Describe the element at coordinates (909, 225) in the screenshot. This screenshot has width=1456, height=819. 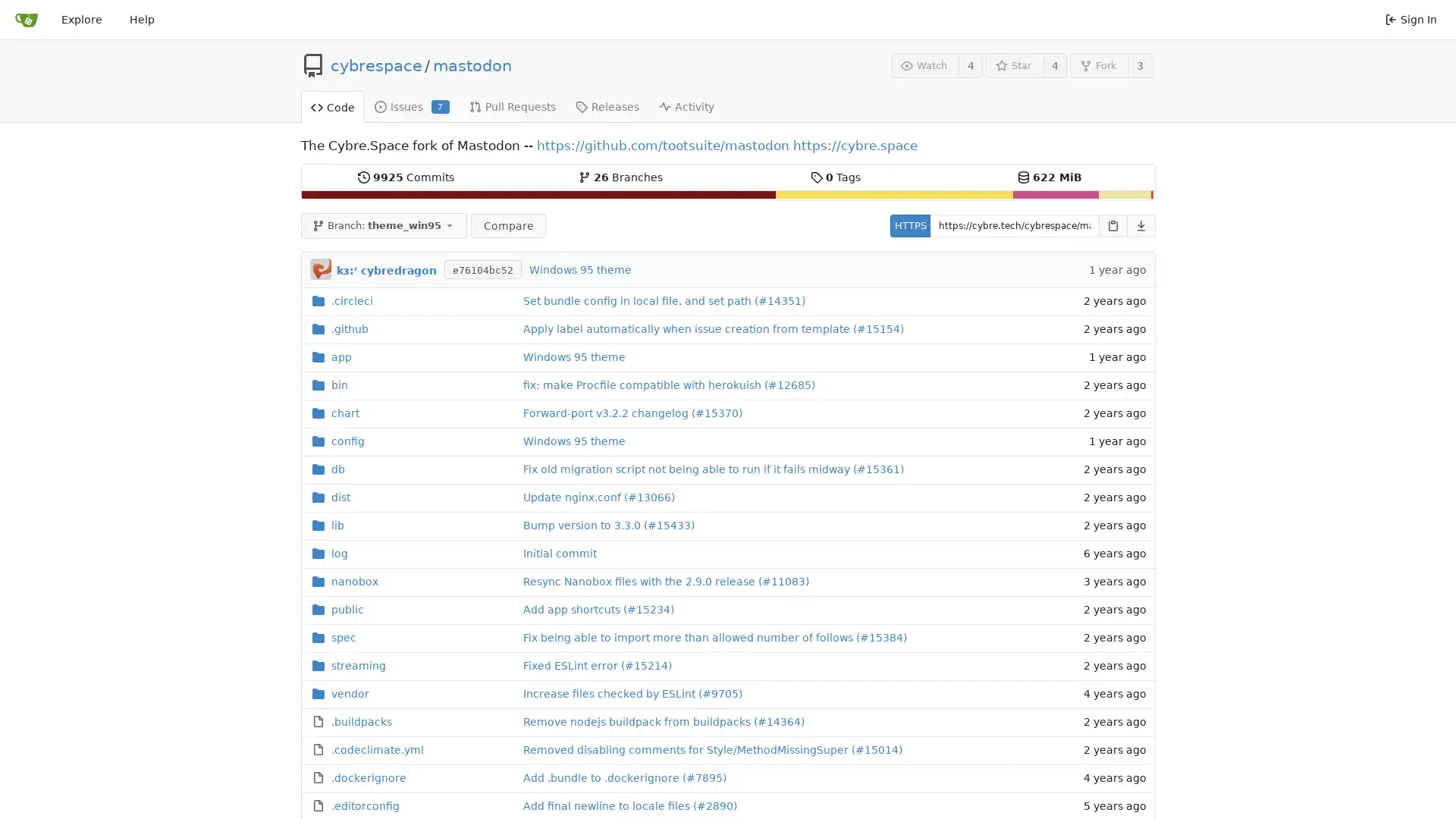
I see `HTTPS` at that location.